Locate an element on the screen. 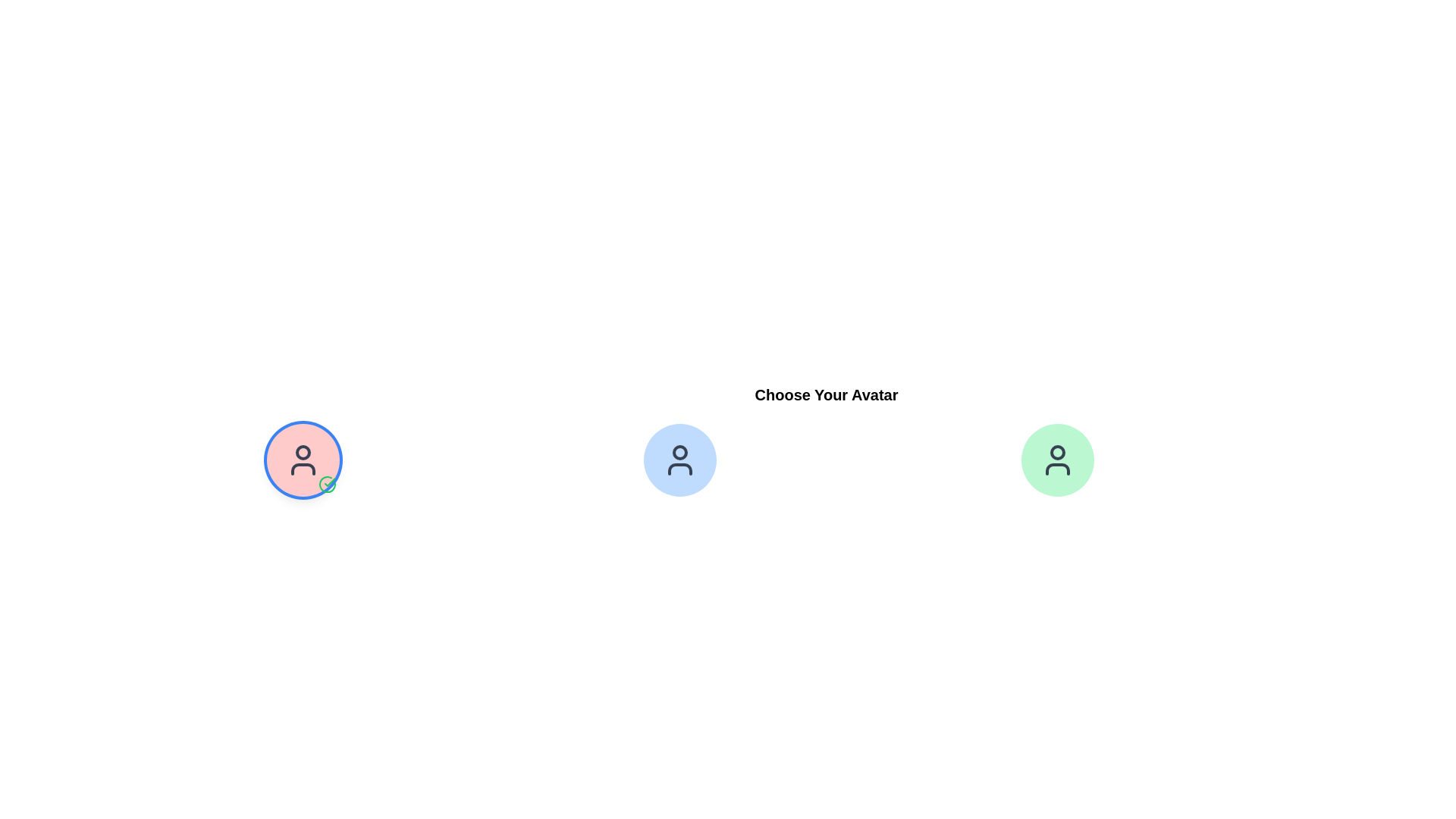  the user icon is located at coordinates (303, 459).